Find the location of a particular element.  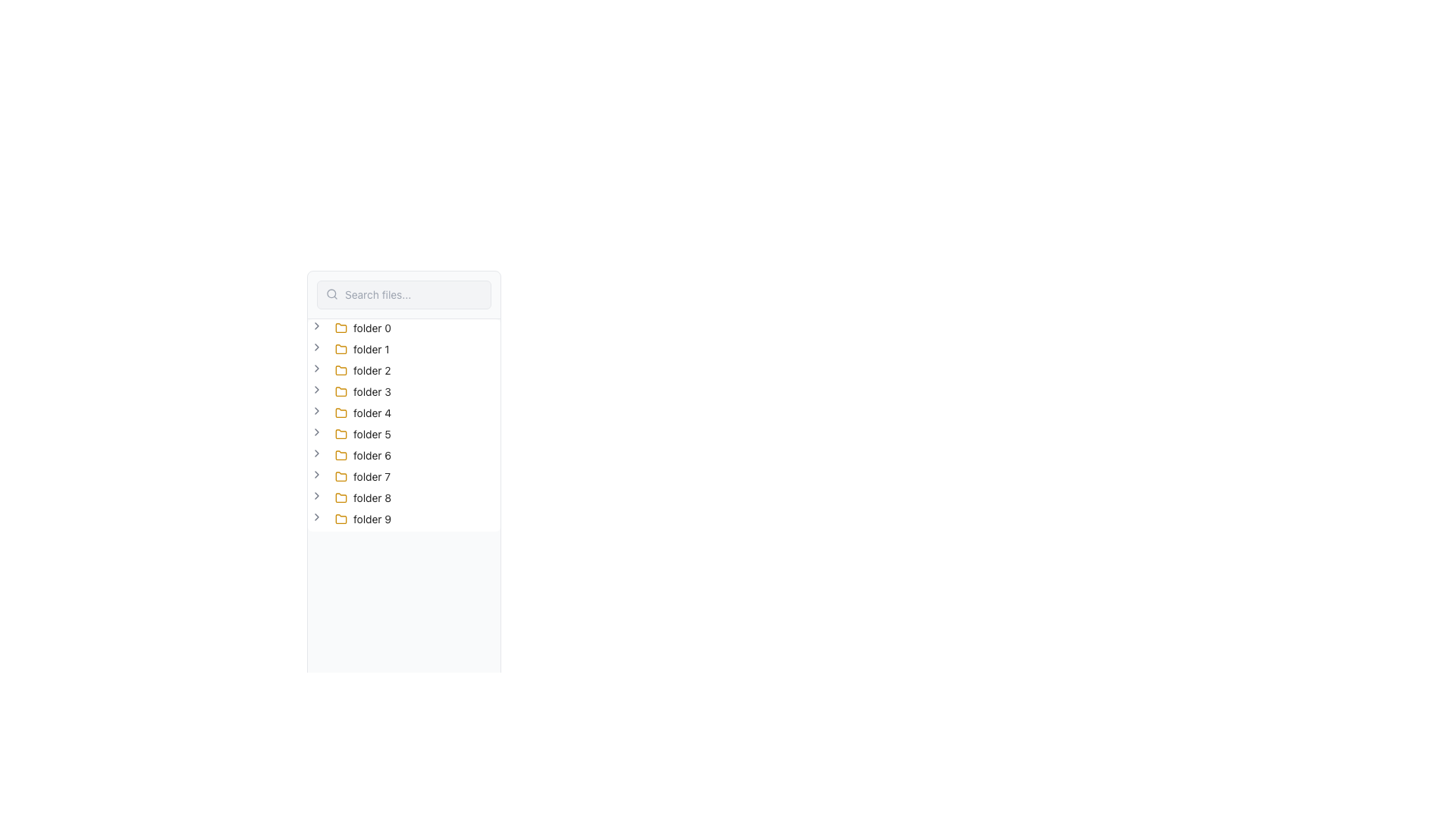

the text 'folder 5' in the expandable tree view is located at coordinates (352, 435).